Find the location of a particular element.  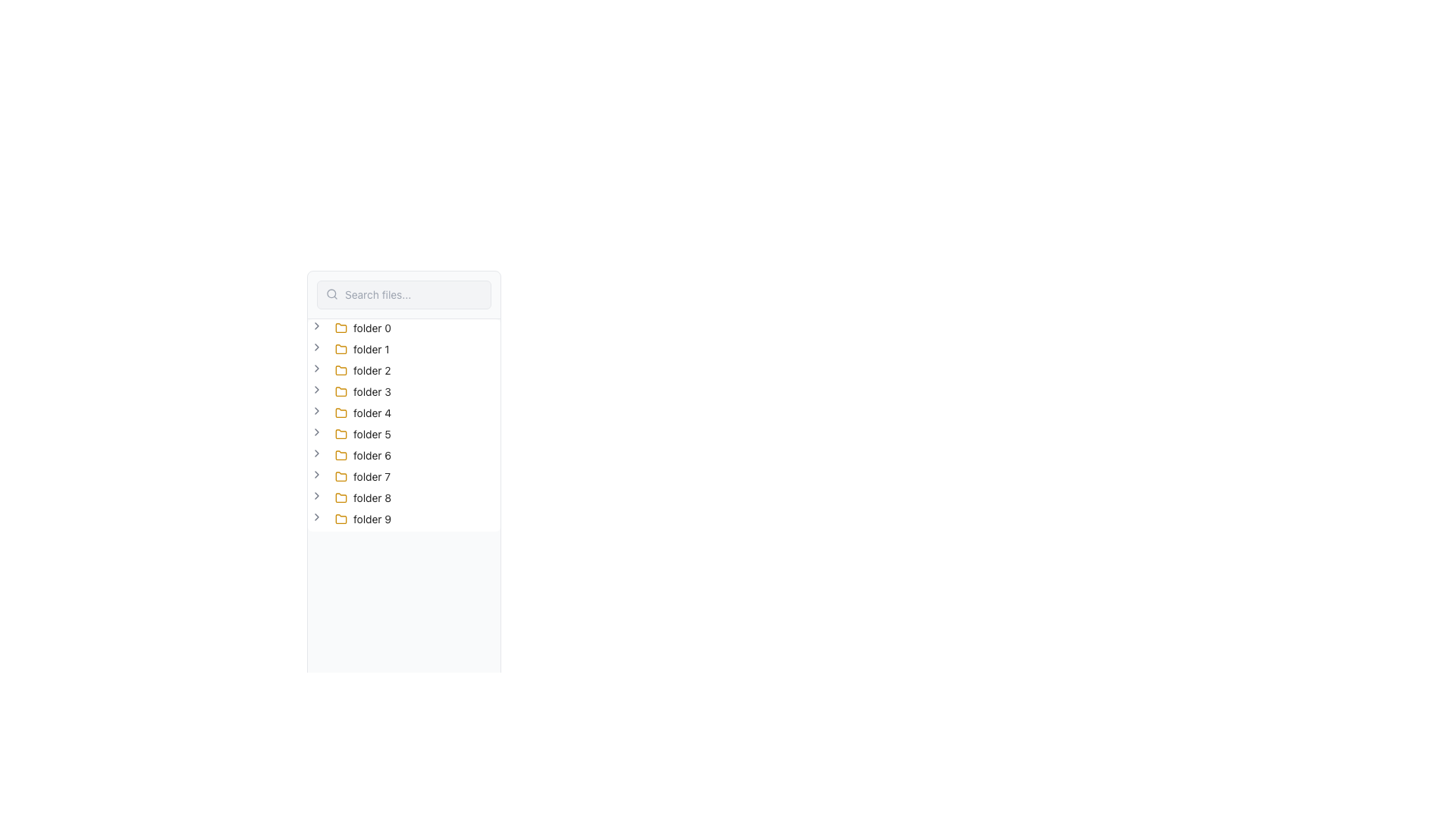

the text 'folder 5' in the expandable tree view is located at coordinates (352, 435).